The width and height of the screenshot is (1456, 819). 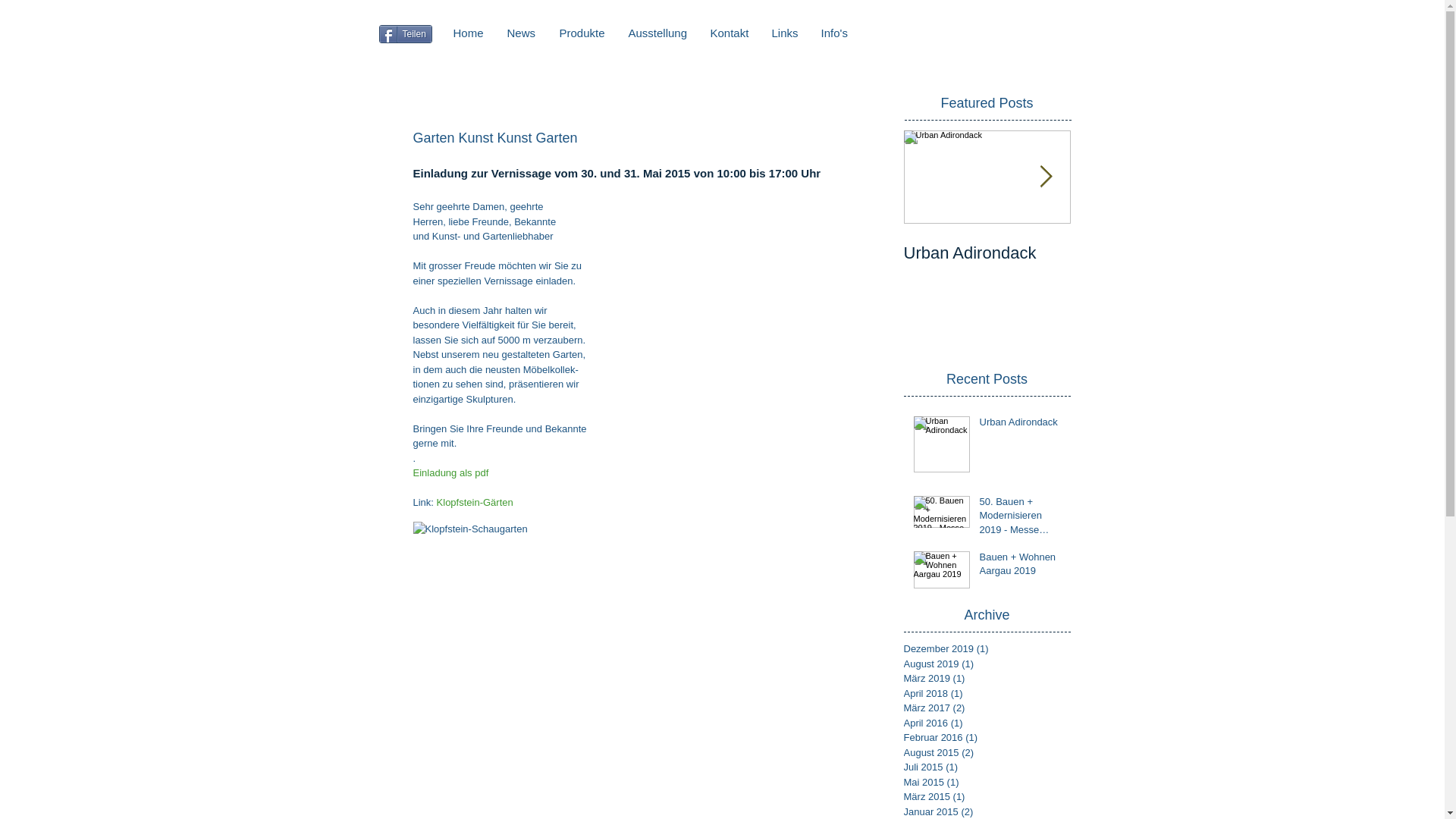 What do you see at coordinates (983, 663) in the screenshot?
I see `'August 2019 (1)'` at bounding box center [983, 663].